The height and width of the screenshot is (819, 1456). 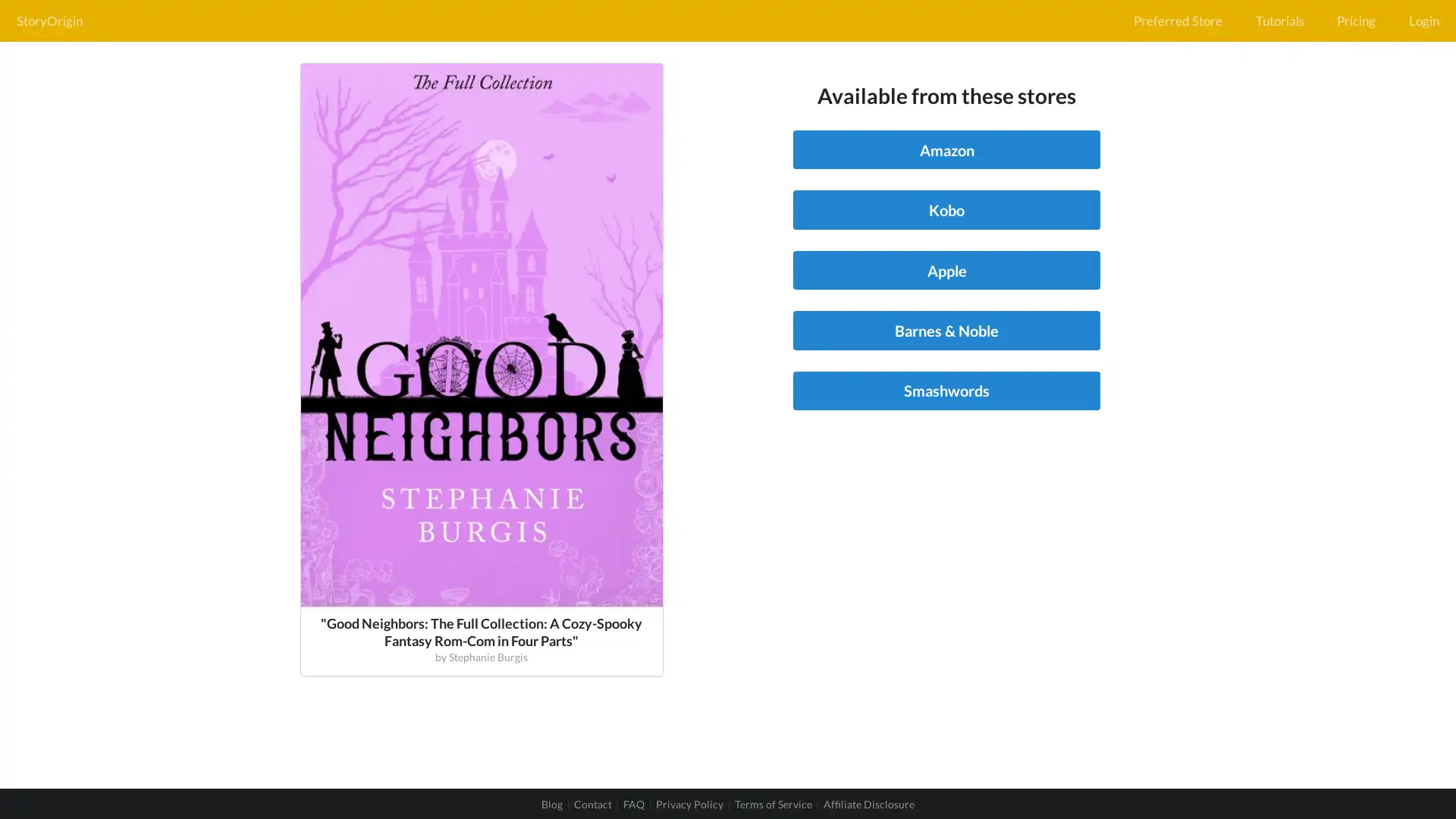 What do you see at coordinates (946, 149) in the screenshot?
I see `Amazon` at bounding box center [946, 149].